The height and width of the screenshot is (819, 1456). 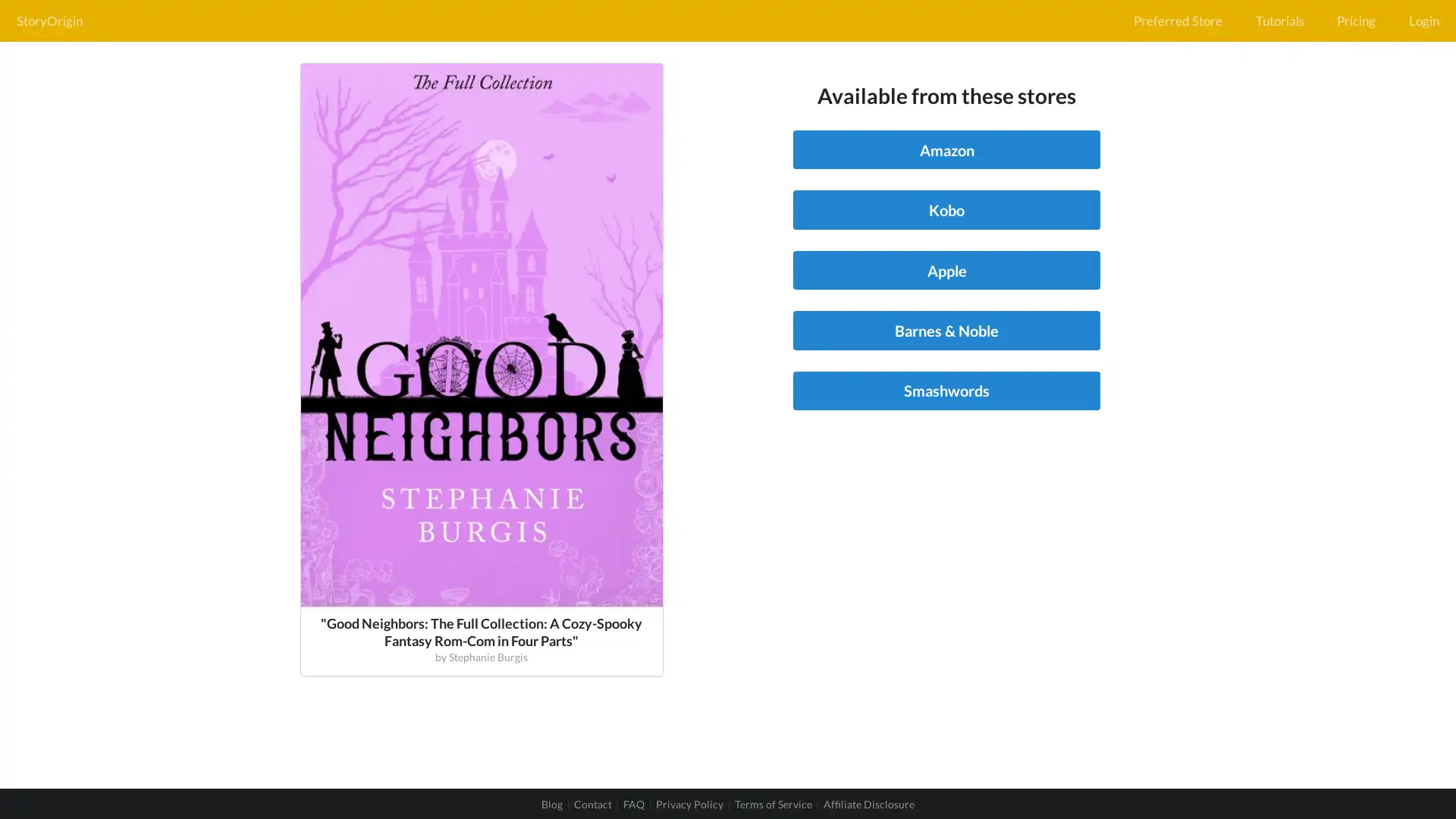 What do you see at coordinates (946, 149) in the screenshot?
I see `Amazon` at bounding box center [946, 149].